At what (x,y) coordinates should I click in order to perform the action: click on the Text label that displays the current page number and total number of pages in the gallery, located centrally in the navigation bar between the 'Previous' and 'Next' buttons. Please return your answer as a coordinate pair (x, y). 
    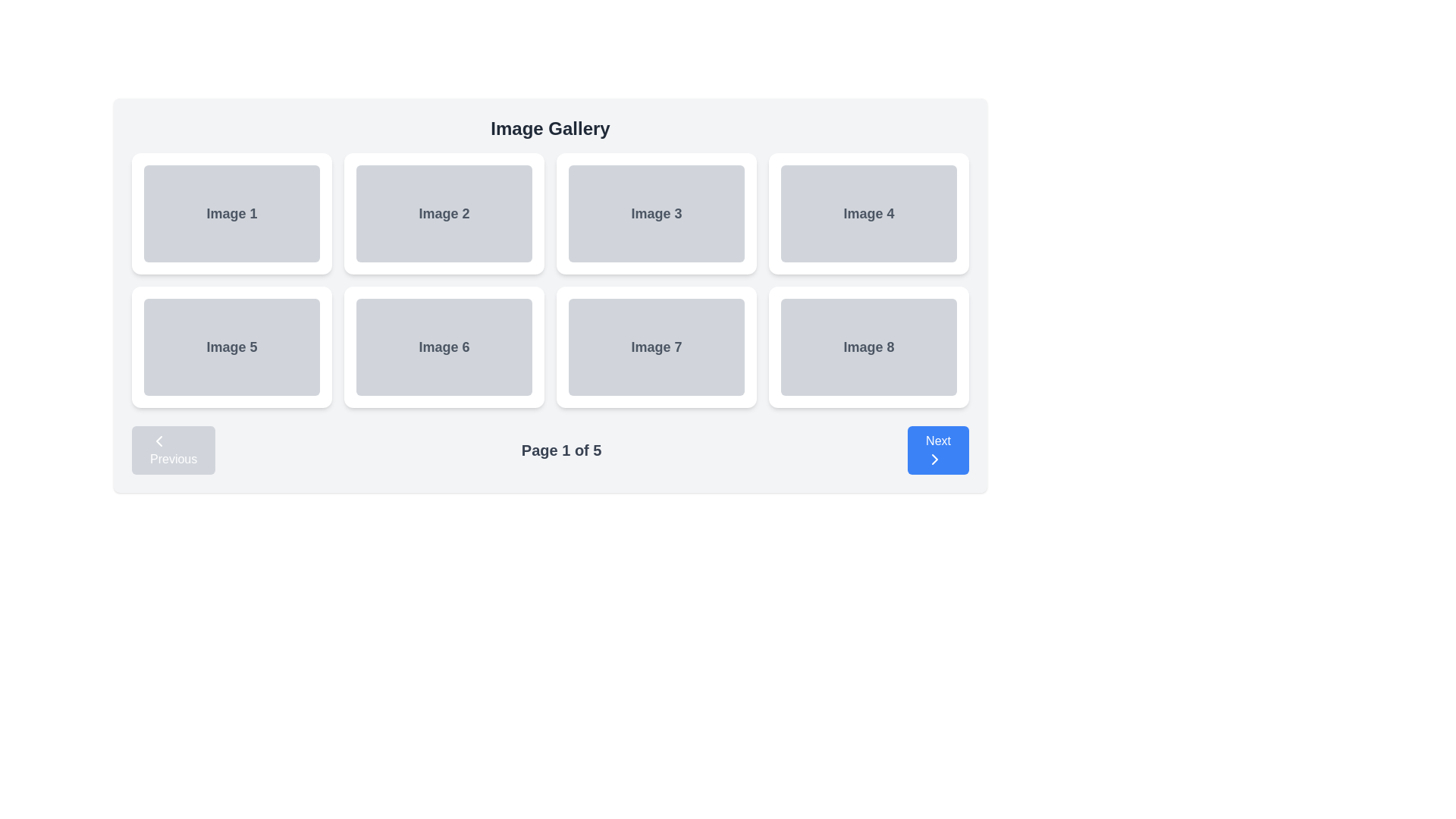
    Looking at the image, I should click on (560, 450).